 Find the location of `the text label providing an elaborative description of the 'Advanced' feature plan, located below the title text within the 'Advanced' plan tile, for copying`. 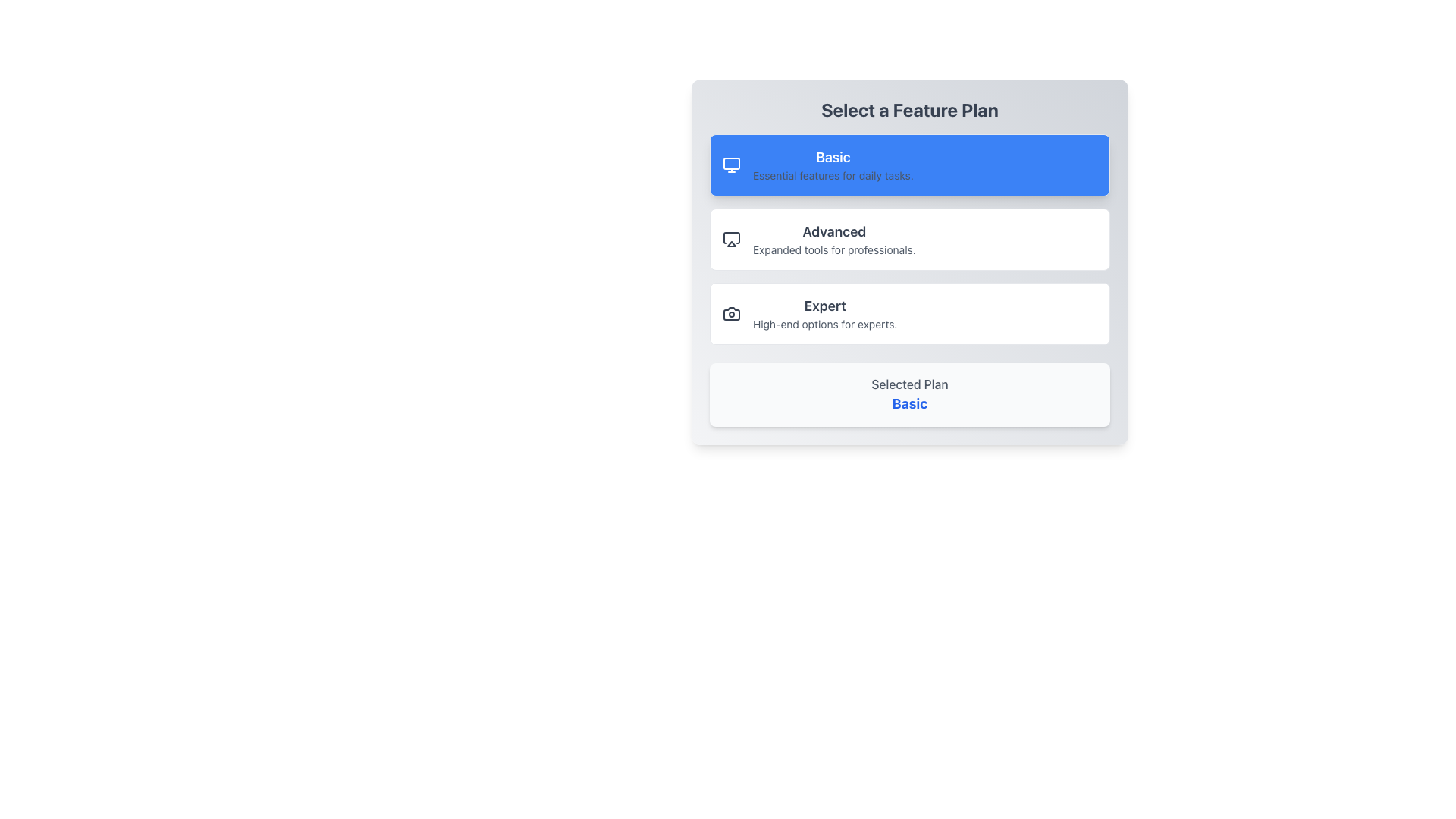

the text label providing an elaborative description of the 'Advanced' feature plan, located below the title text within the 'Advanced' plan tile, for copying is located at coordinates (833, 249).